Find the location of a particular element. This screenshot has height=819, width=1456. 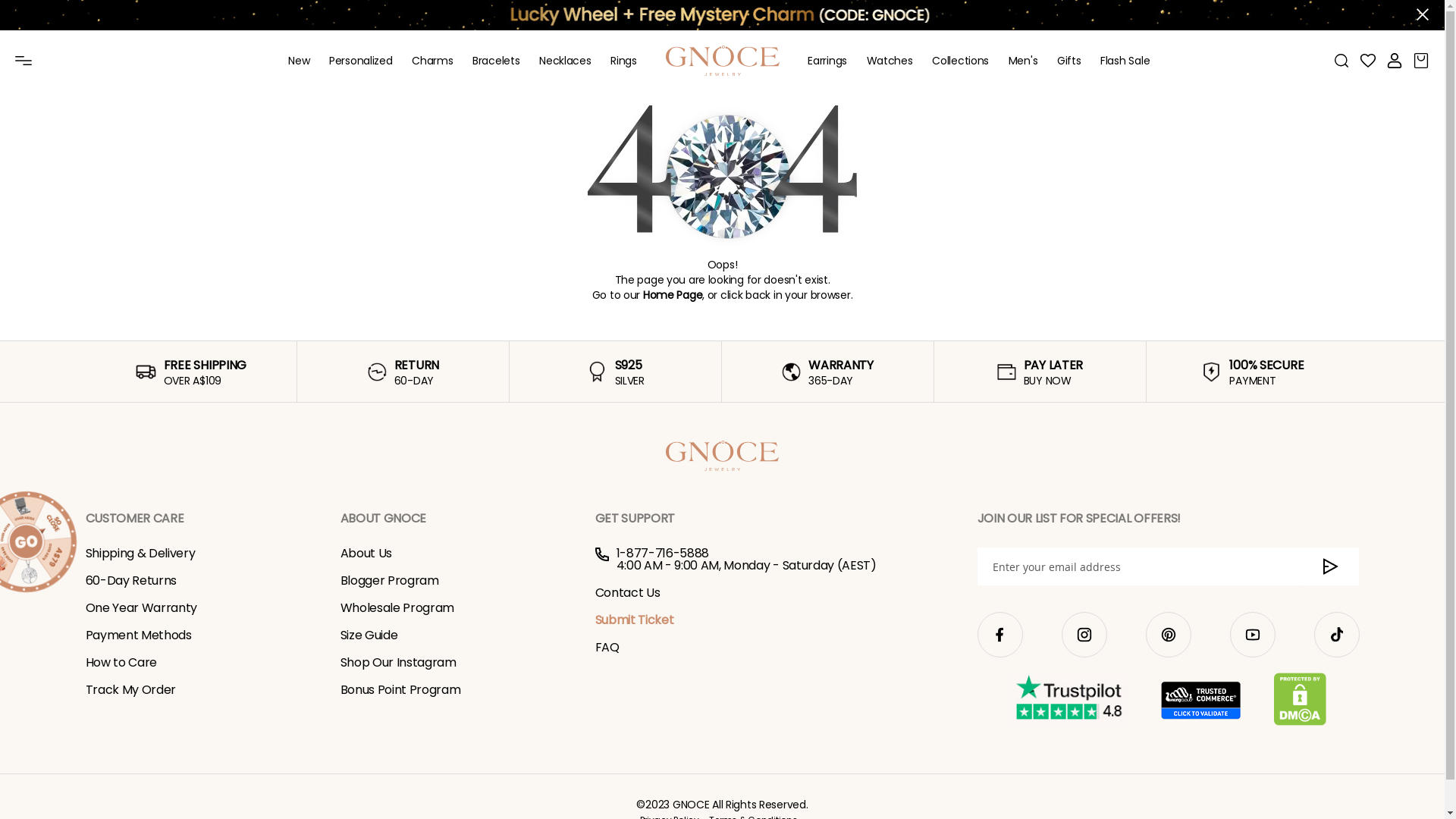

'Necklaces' is located at coordinates (563, 60).